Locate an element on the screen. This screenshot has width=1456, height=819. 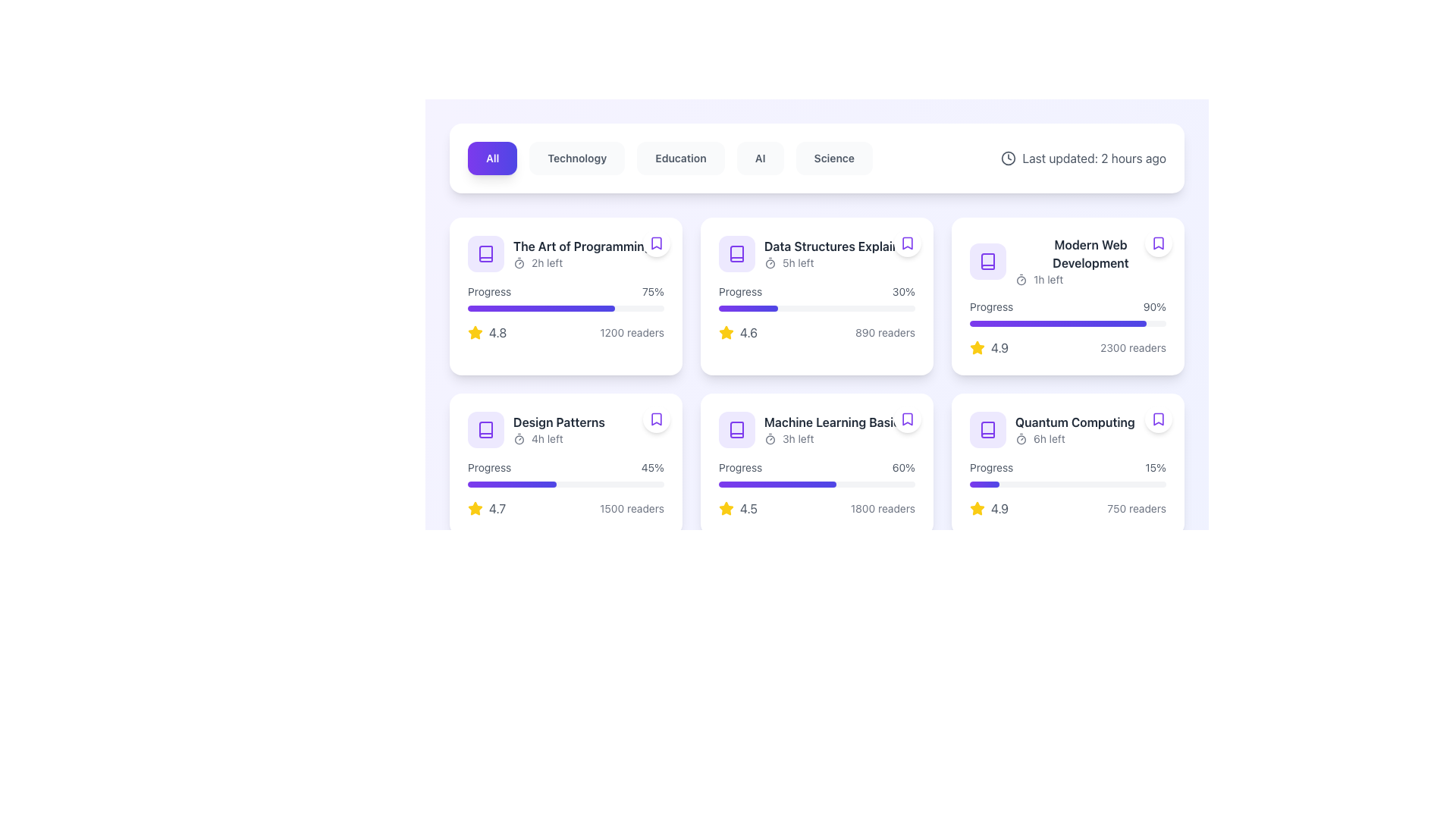
the circular timer-like icon located in the 'Data Structures Explained' card, to the left of the text '5h left' is located at coordinates (770, 262).